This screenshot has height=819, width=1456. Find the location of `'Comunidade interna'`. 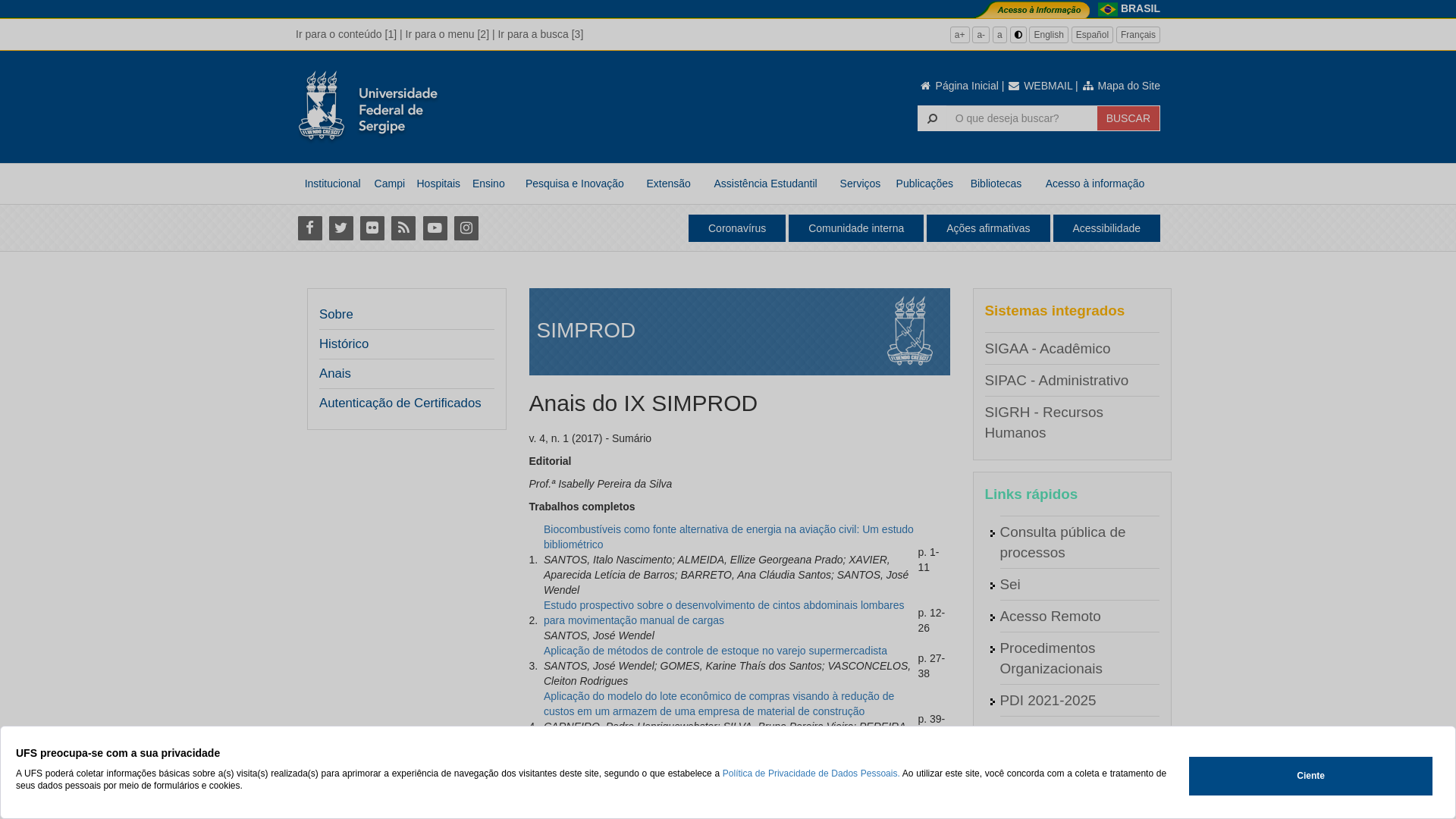

'Comunidade interna' is located at coordinates (855, 227).